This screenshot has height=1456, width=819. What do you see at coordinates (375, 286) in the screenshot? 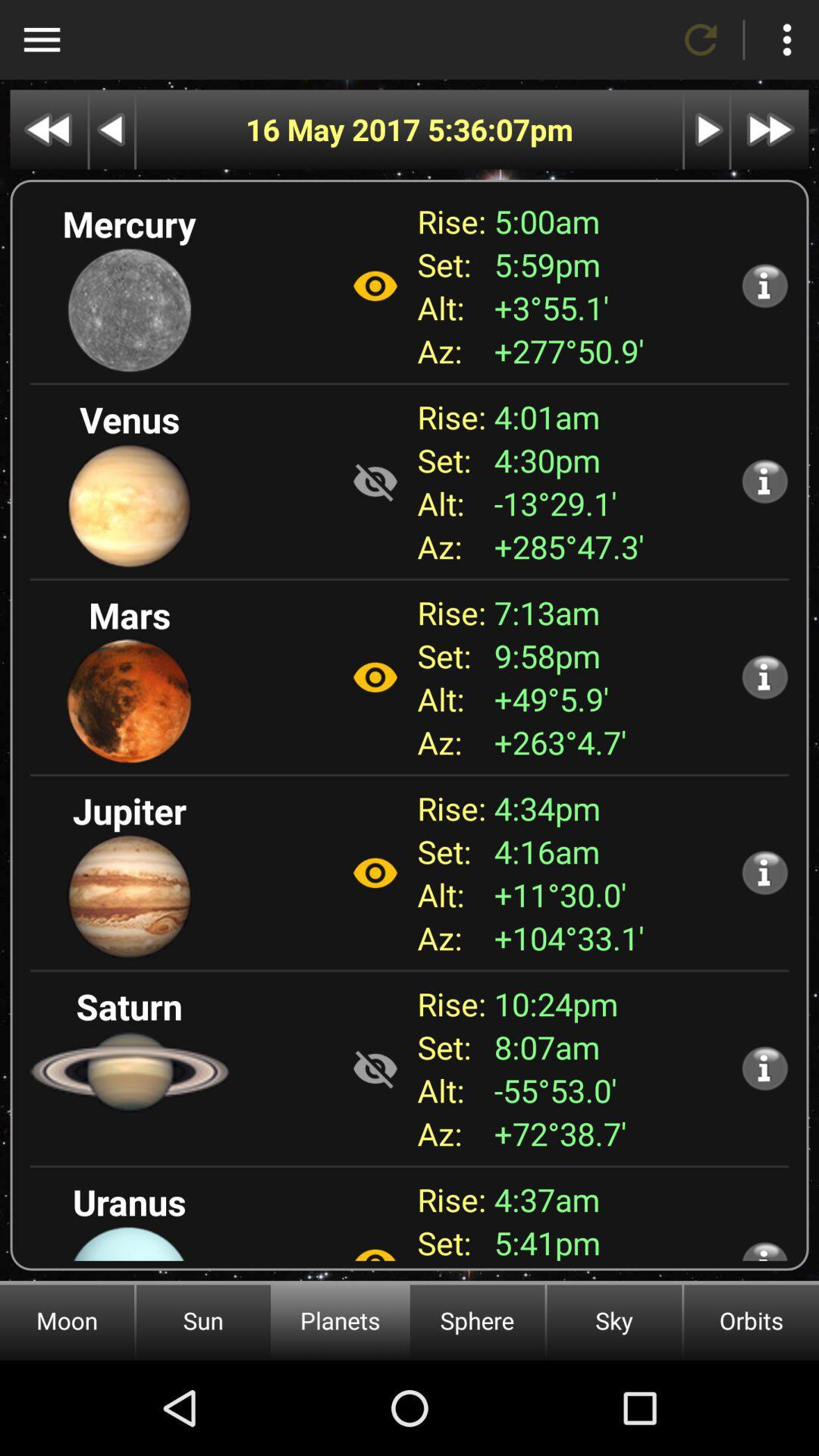
I see `for vision` at bounding box center [375, 286].